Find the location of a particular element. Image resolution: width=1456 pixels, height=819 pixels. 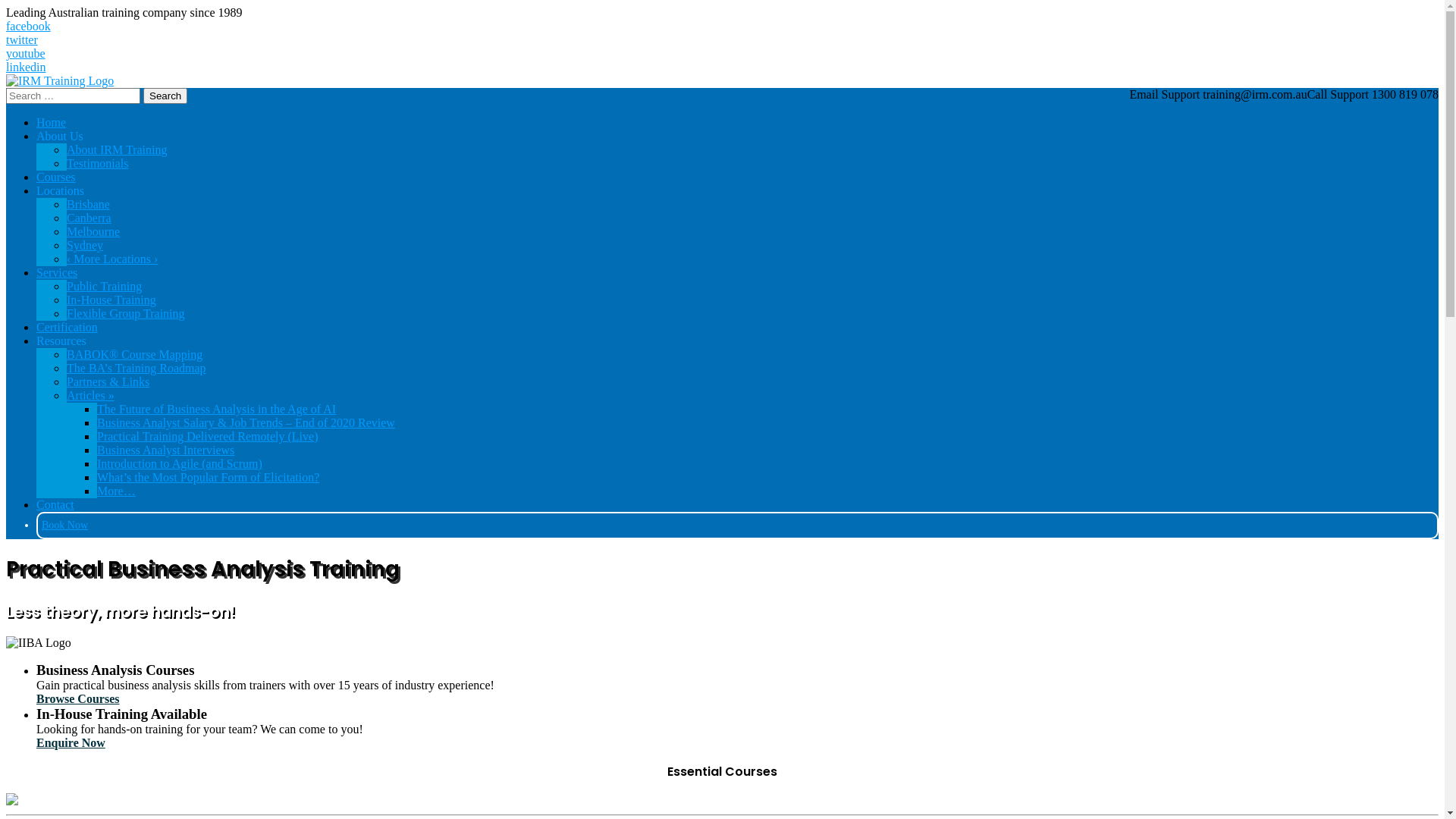

'Sydney' is located at coordinates (65, 244).